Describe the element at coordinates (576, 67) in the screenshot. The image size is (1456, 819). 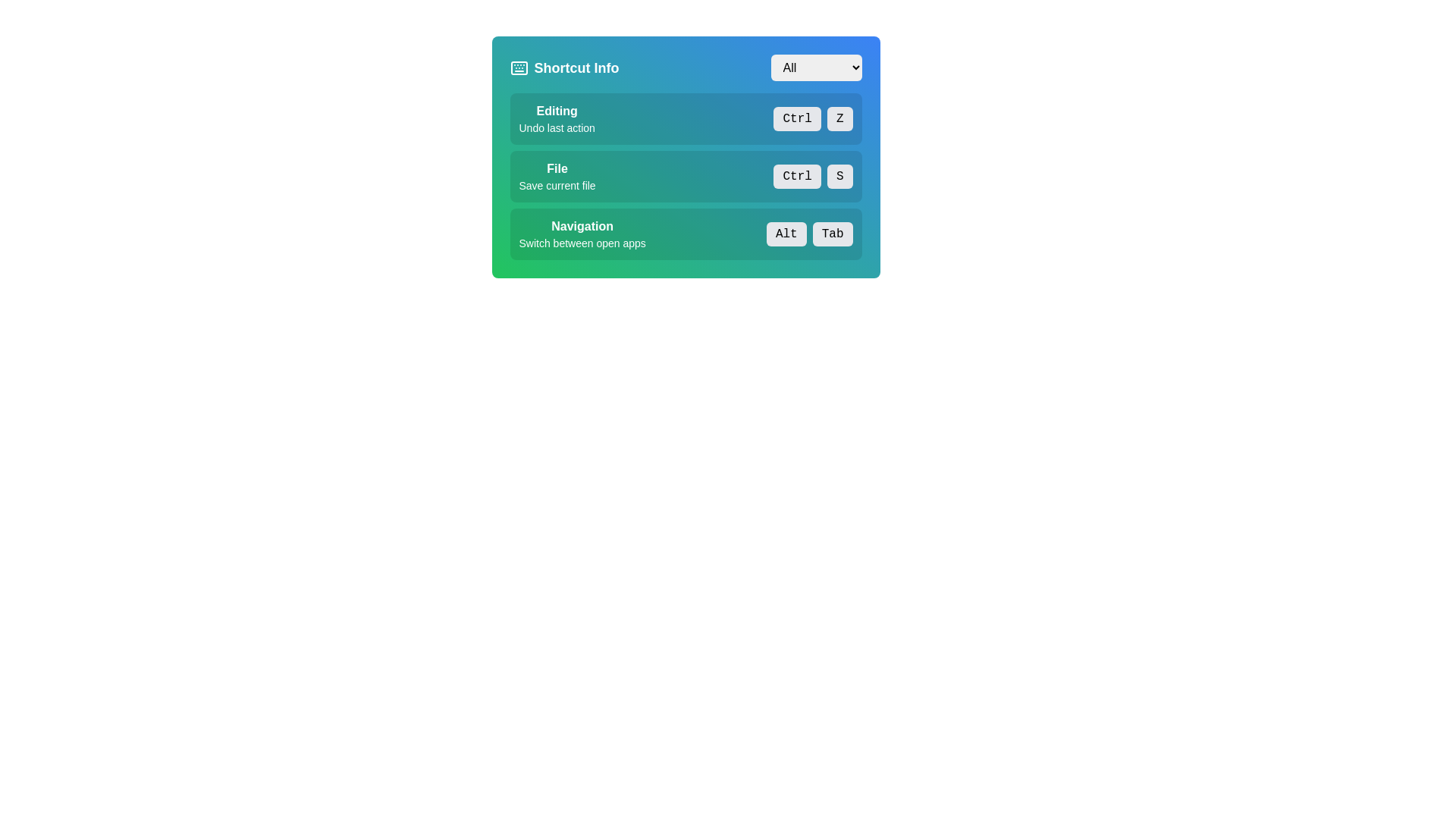
I see `the text label displaying 'Shortcut Info' in bold font, which is positioned next to a keyboard icon in the upper-left section of the panel` at that location.